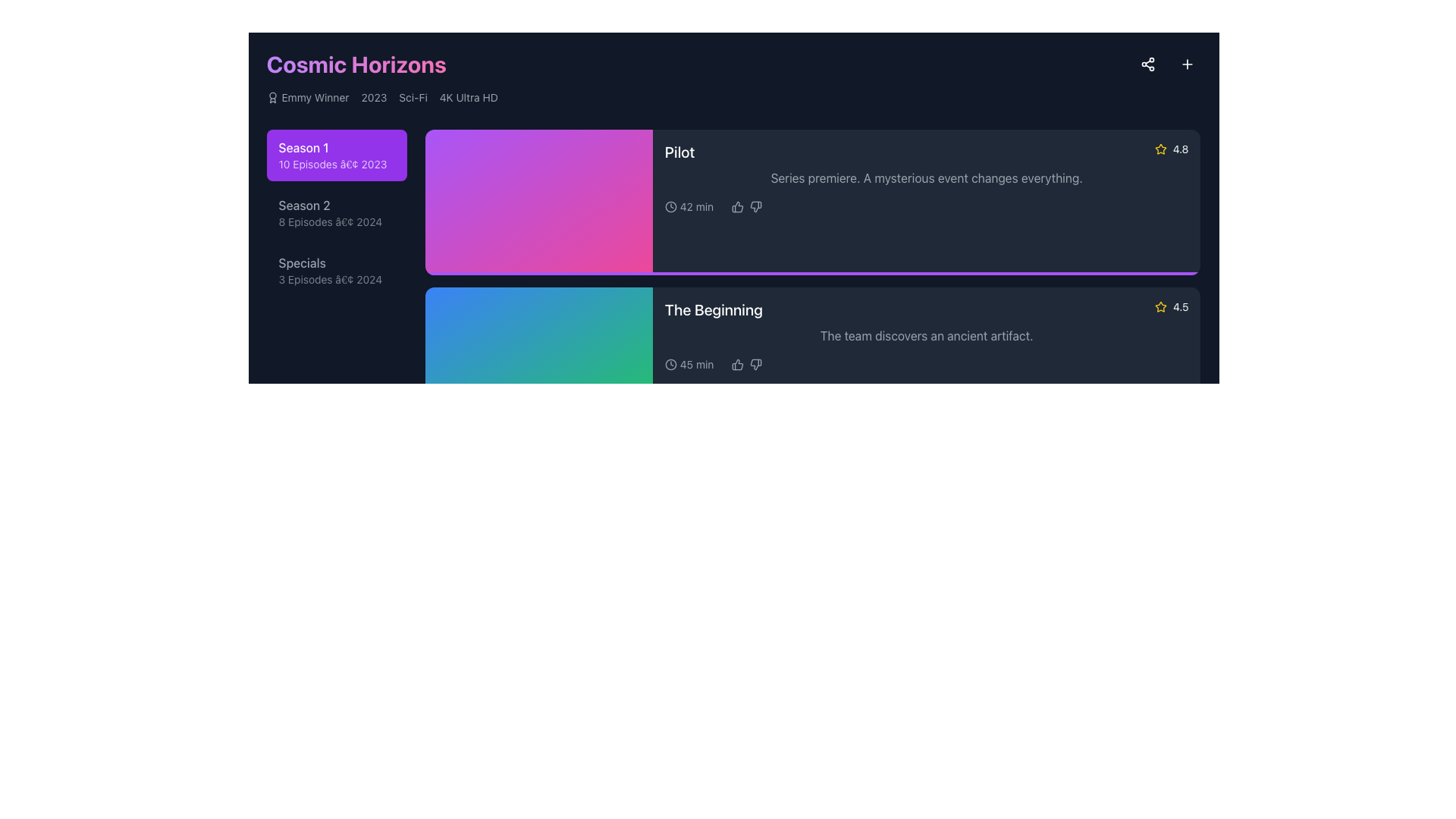 The height and width of the screenshot is (819, 1456). I want to click on the thumbs-up icon located in the second group of the 'Pilot' episode card, adjacent to the time duration ('42 min'), to indicate positive feedback, so click(747, 207).